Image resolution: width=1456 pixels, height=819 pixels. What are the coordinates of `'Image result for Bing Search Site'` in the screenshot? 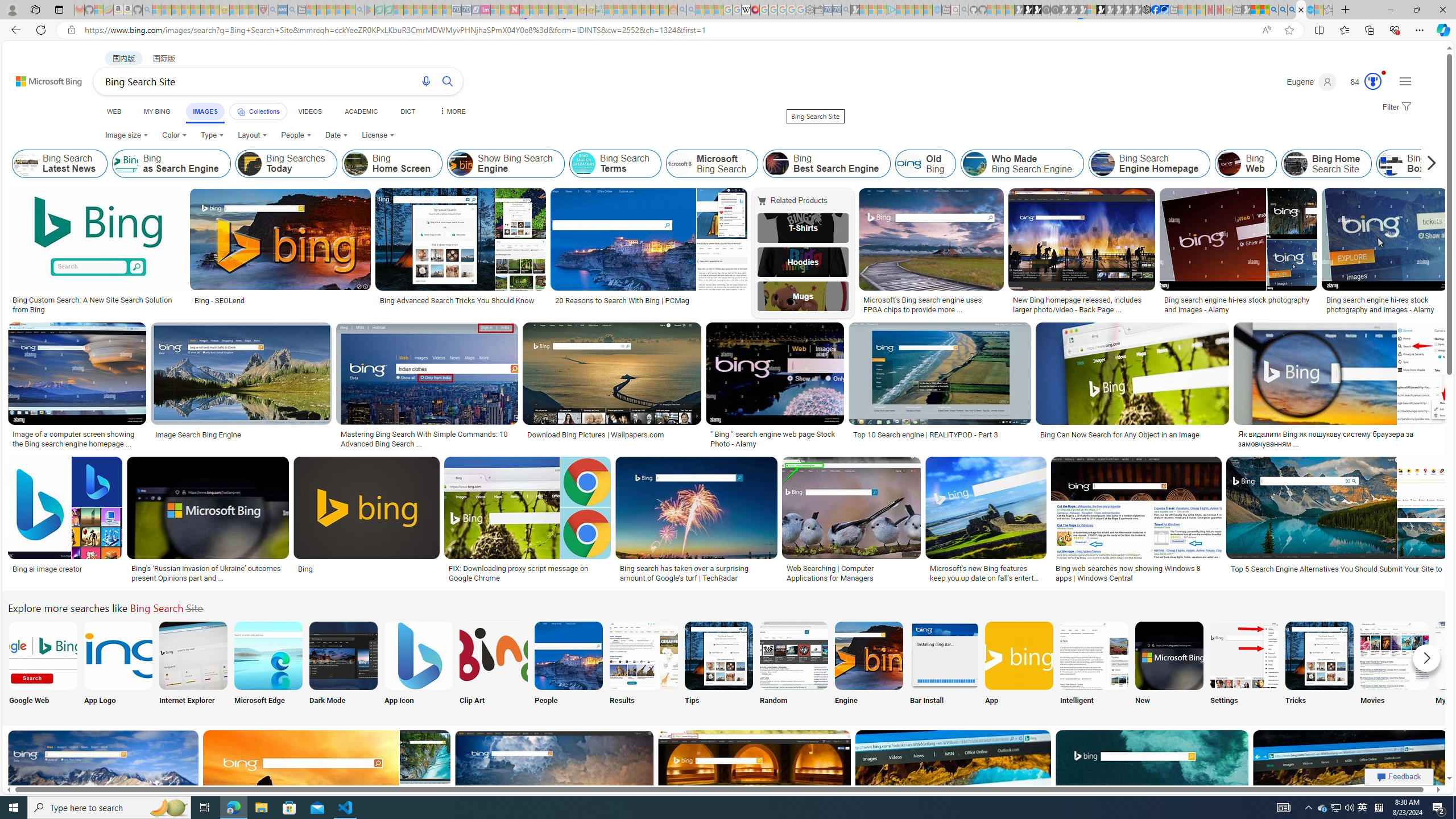 It's located at (1350, 780).